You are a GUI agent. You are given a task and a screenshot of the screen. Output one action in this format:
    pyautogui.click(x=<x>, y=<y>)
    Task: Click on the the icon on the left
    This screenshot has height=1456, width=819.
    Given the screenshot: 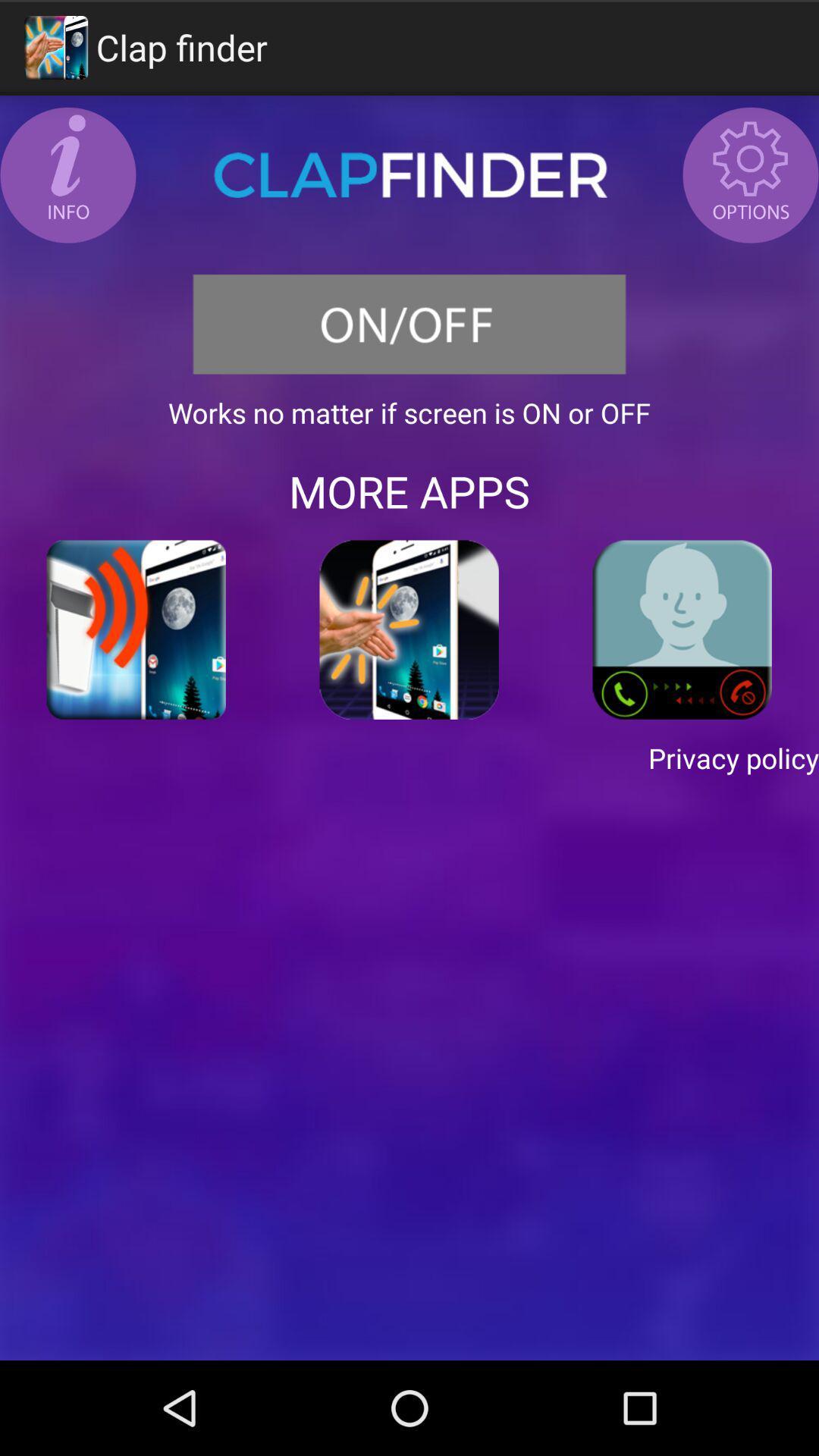 What is the action you would take?
    pyautogui.click(x=136, y=629)
    